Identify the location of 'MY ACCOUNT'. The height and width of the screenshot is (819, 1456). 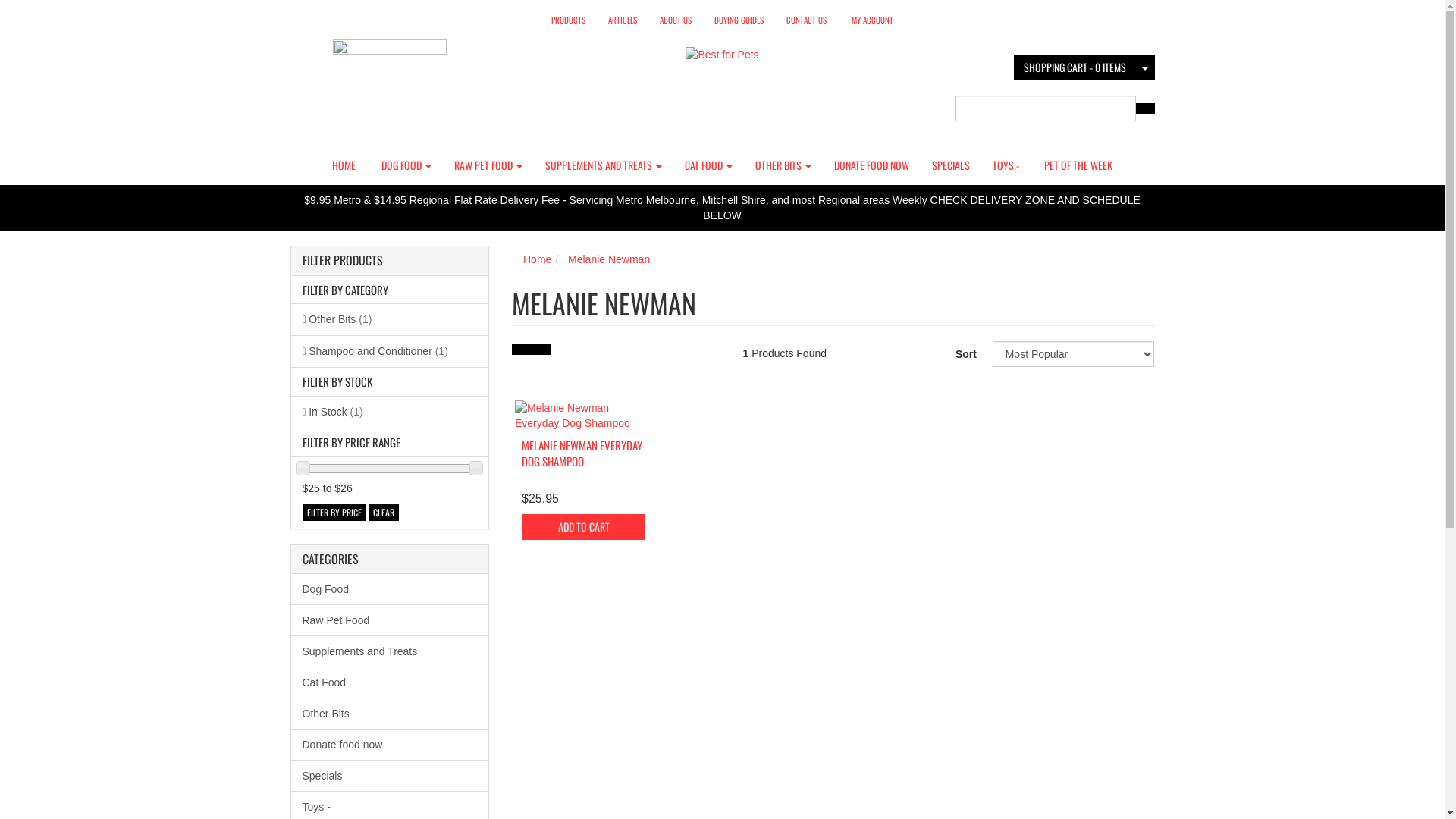
(872, 20).